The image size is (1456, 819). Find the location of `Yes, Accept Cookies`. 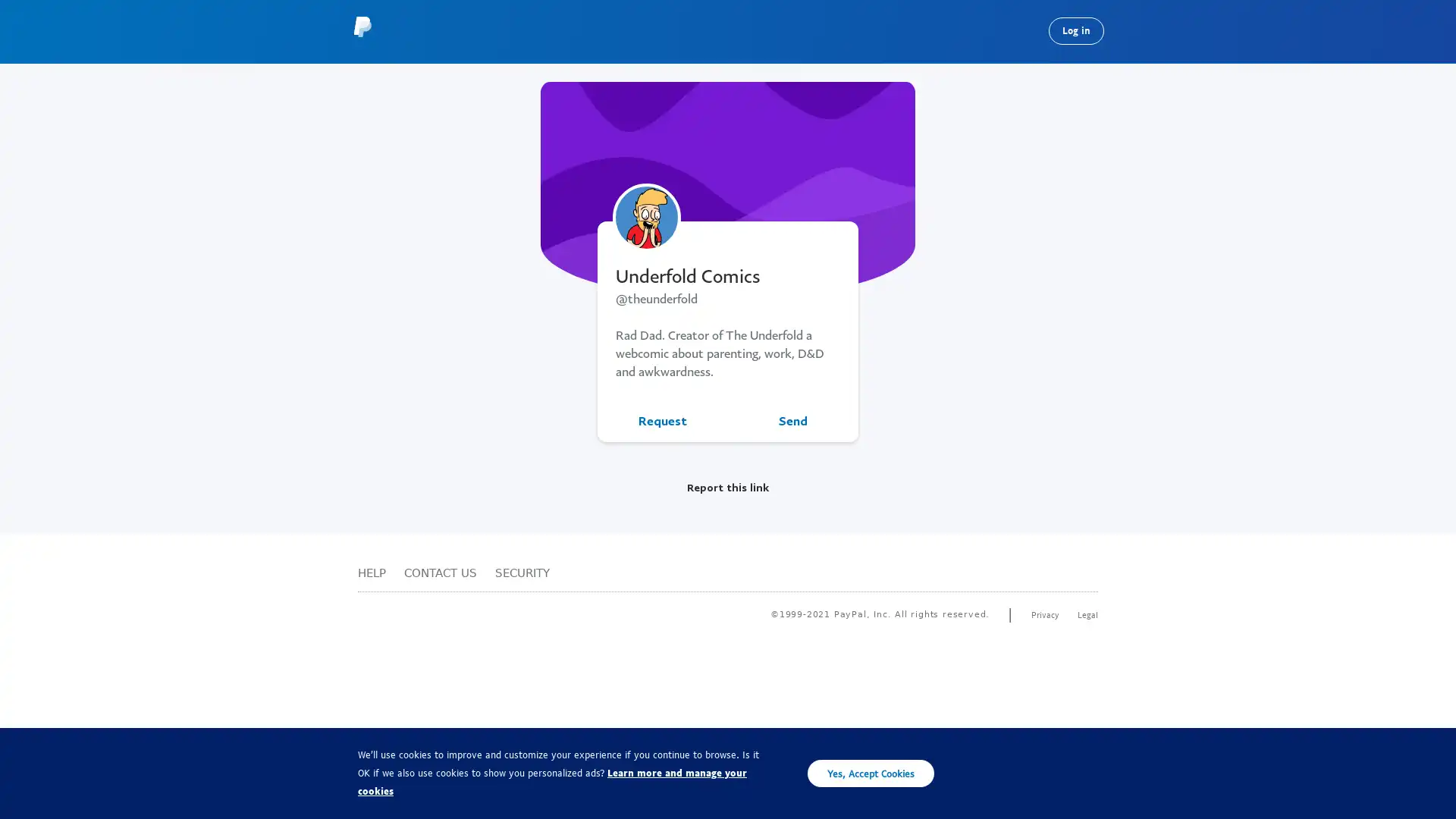

Yes, Accept Cookies is located at coordinates (871, 773).